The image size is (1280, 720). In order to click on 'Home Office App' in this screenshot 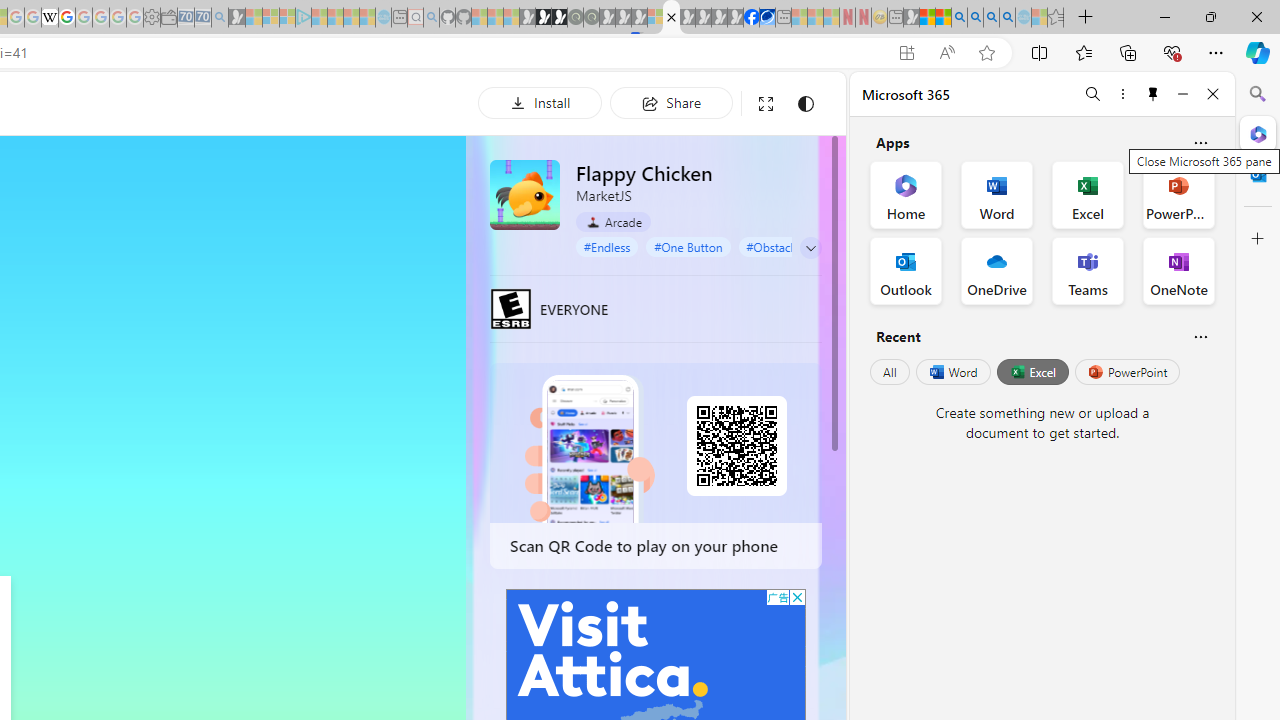, I will do `click(905, 195)`.